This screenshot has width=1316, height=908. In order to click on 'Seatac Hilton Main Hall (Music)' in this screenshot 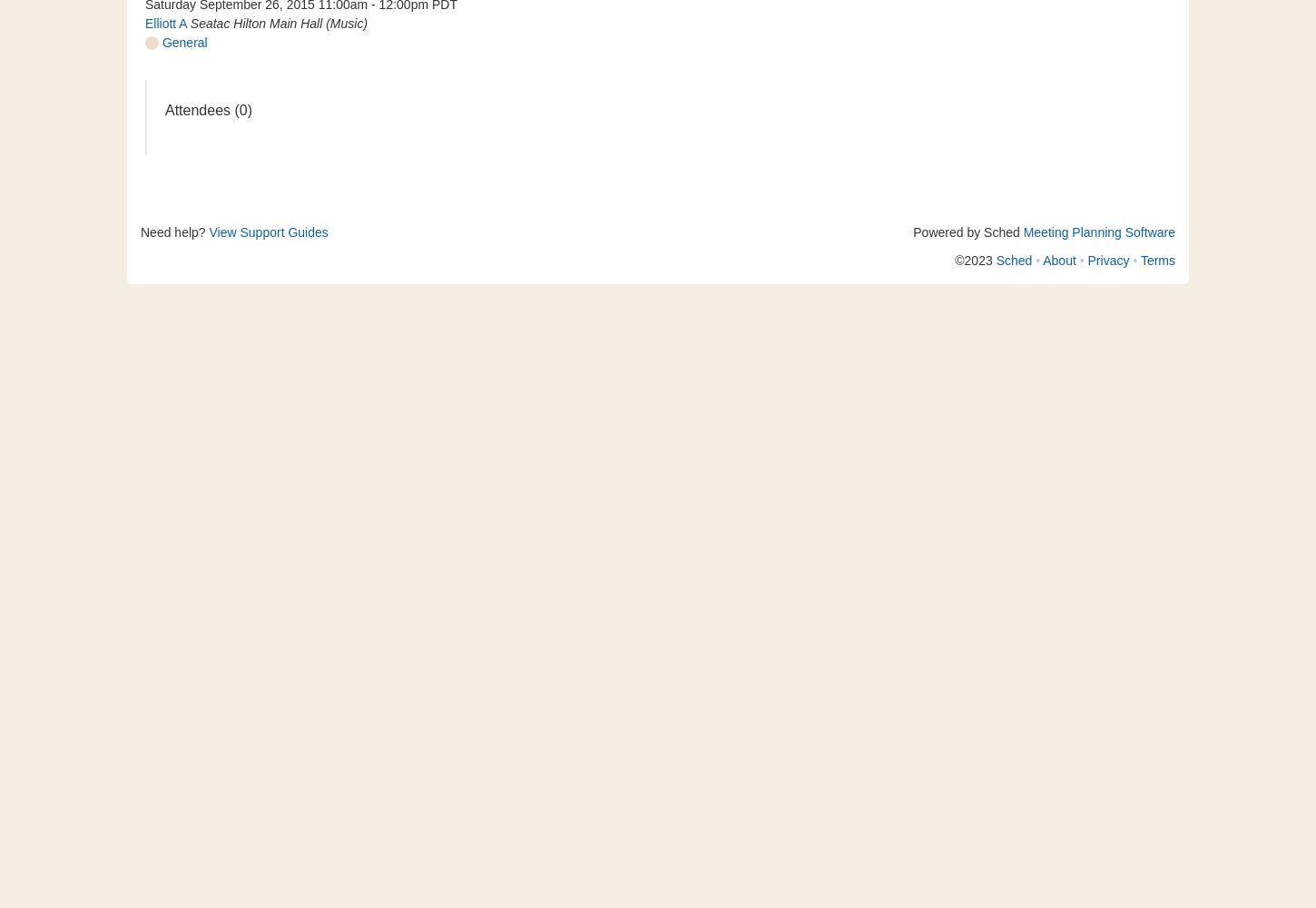, I will do `click(278, 24)`.